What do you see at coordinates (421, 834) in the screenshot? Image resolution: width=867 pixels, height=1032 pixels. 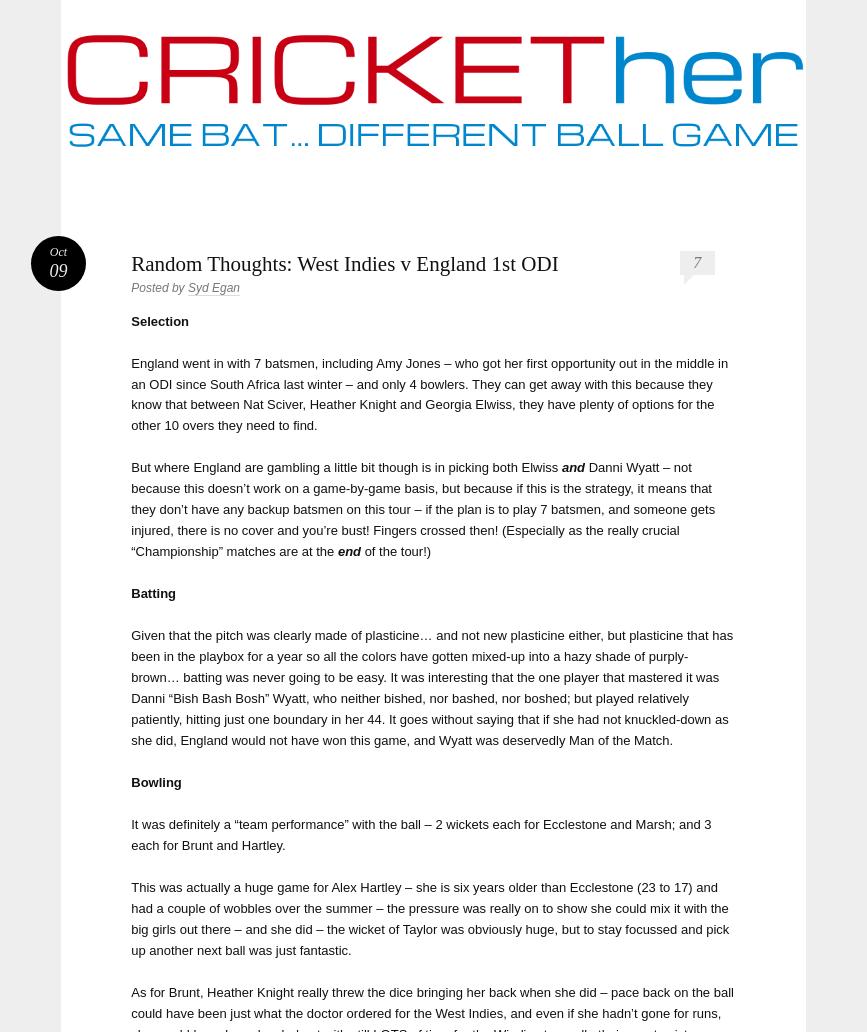 I see `'It was definitely a “team performance” with the ball – 2 wickets each for Ecclestone and Marsh; and 3 each for Brunt and Hartley.'` at bounding box center [421, 834].